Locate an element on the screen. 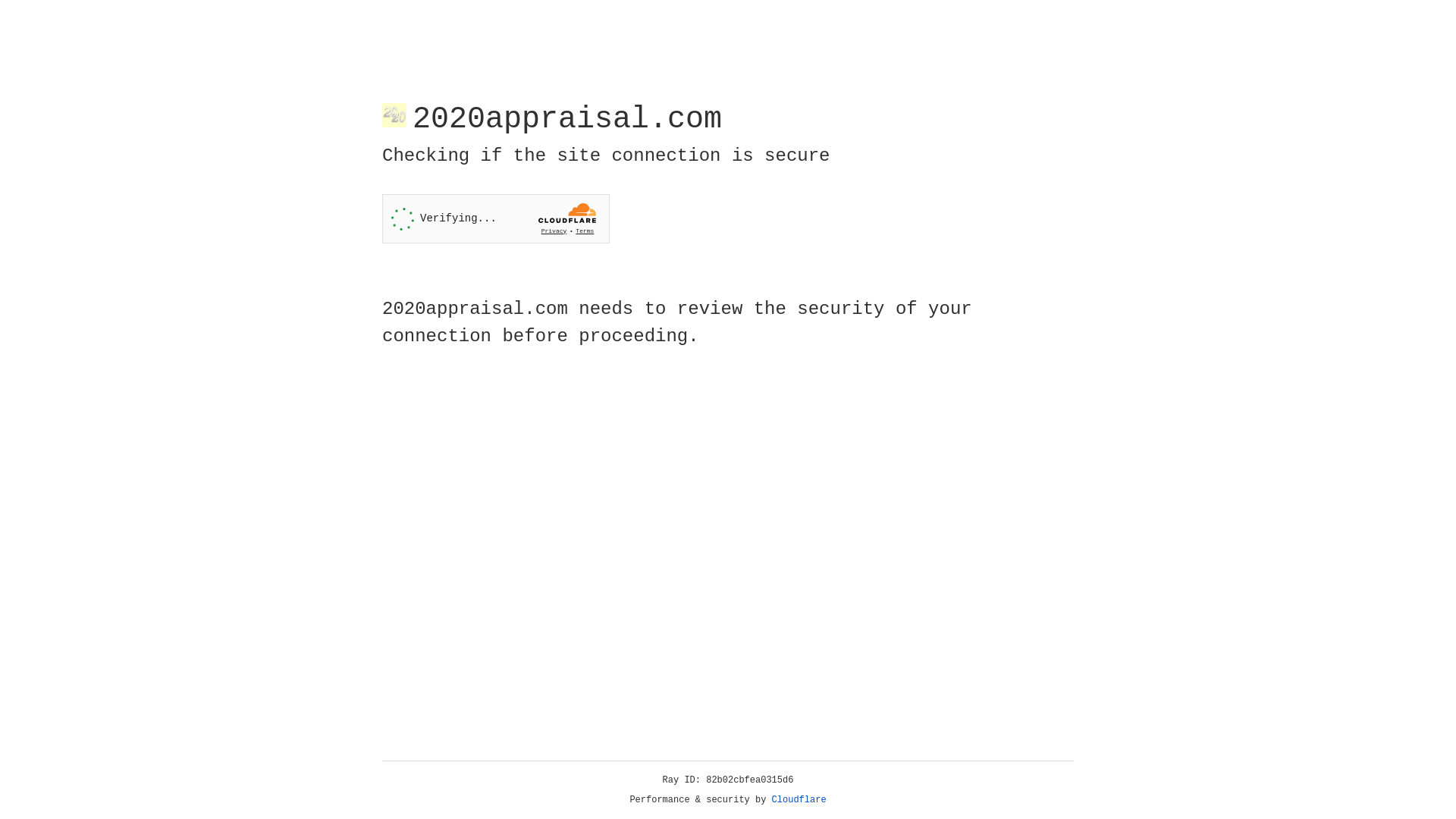  'Cloudflare' is located at coordinates (799, 799).